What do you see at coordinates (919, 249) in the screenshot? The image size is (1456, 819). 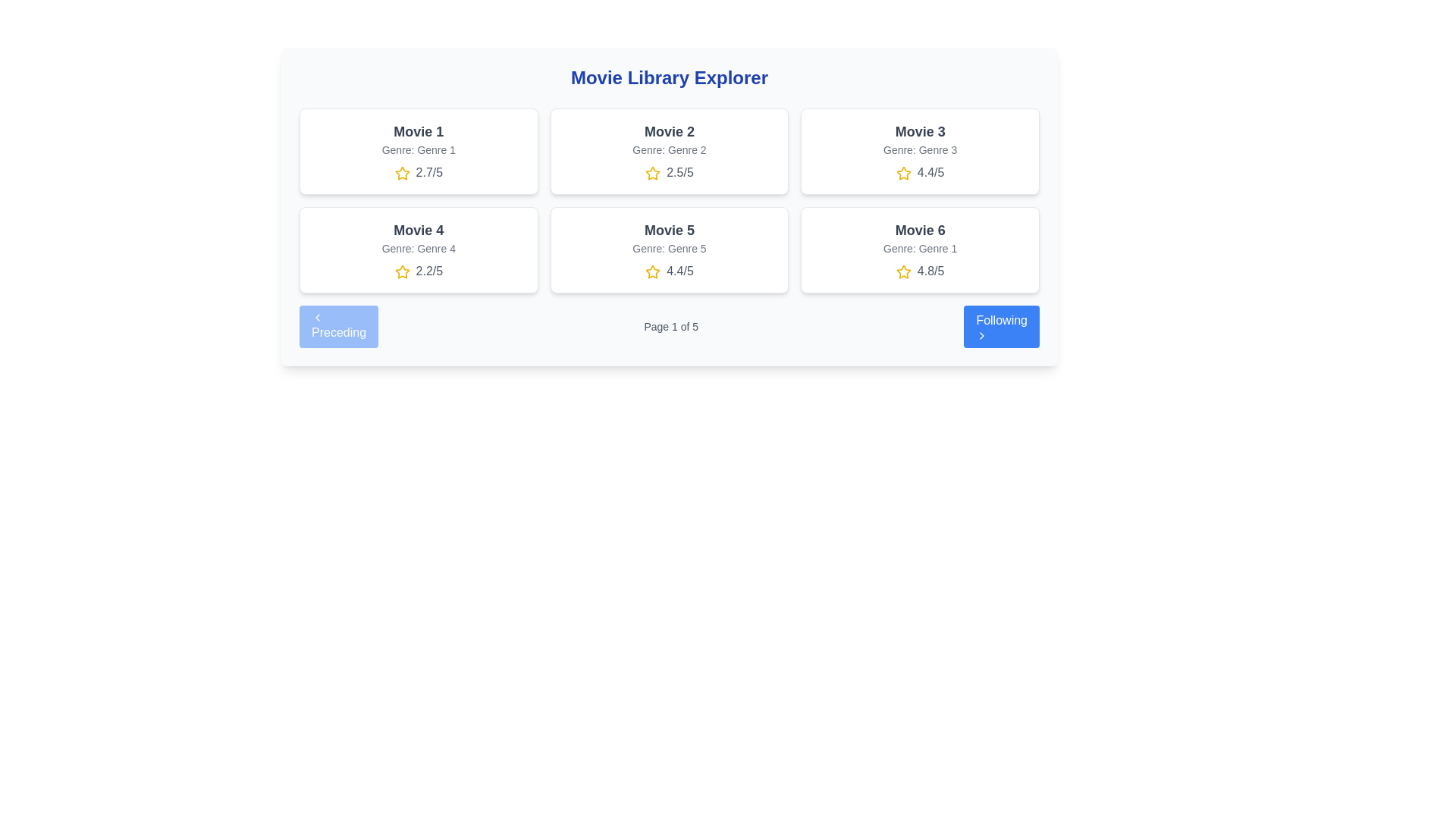 I see `the card that displays 'Movie 6', which is the third card in the second row of the grid layout, featuring a light background, a subtle shadow, and rating information with '4.8/5' and a yellow star icon` at bounding box center [919, 249].